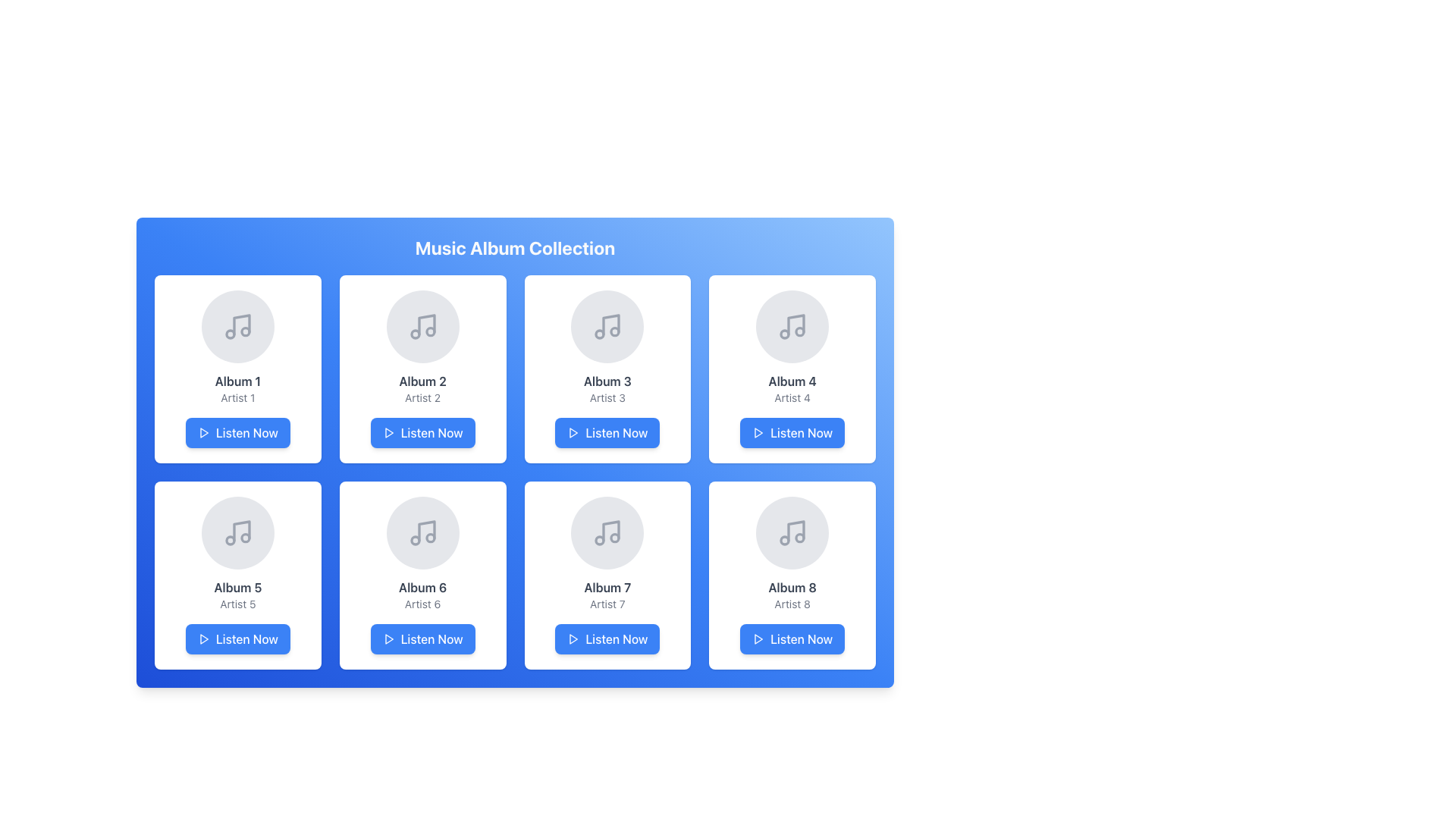 The width and height of the screenshot is (1456, 819). Describe the element at coordinates (237, 380) in the screenshot. I see `the text label displaying the title of the album located in the first card at the top-left corner of the grid layout` at that location.